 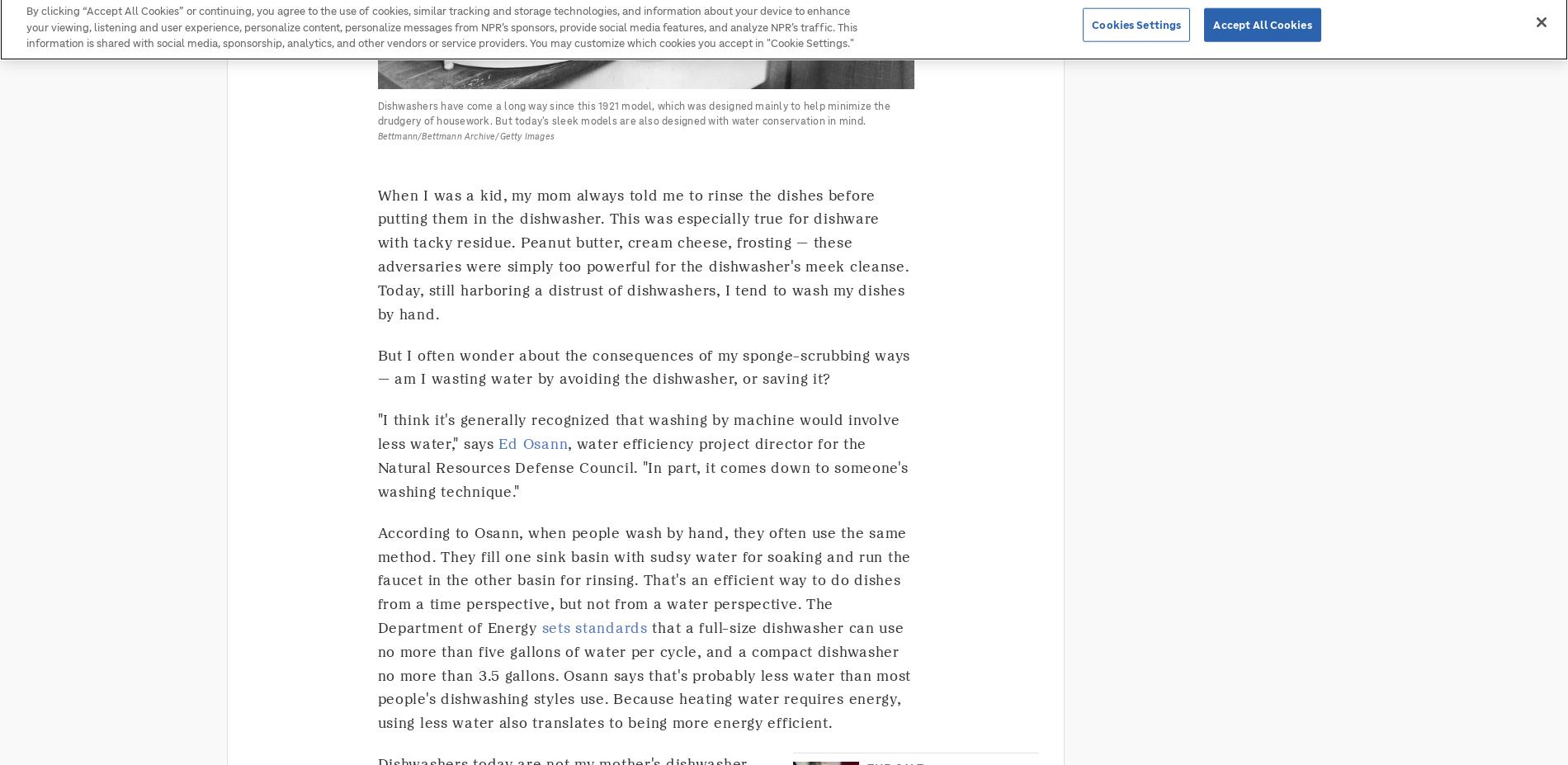 What do you see at coordinates (533, 444) in the screenshot?
I see `'Ed Osann'` at bounding box center [533, 444].